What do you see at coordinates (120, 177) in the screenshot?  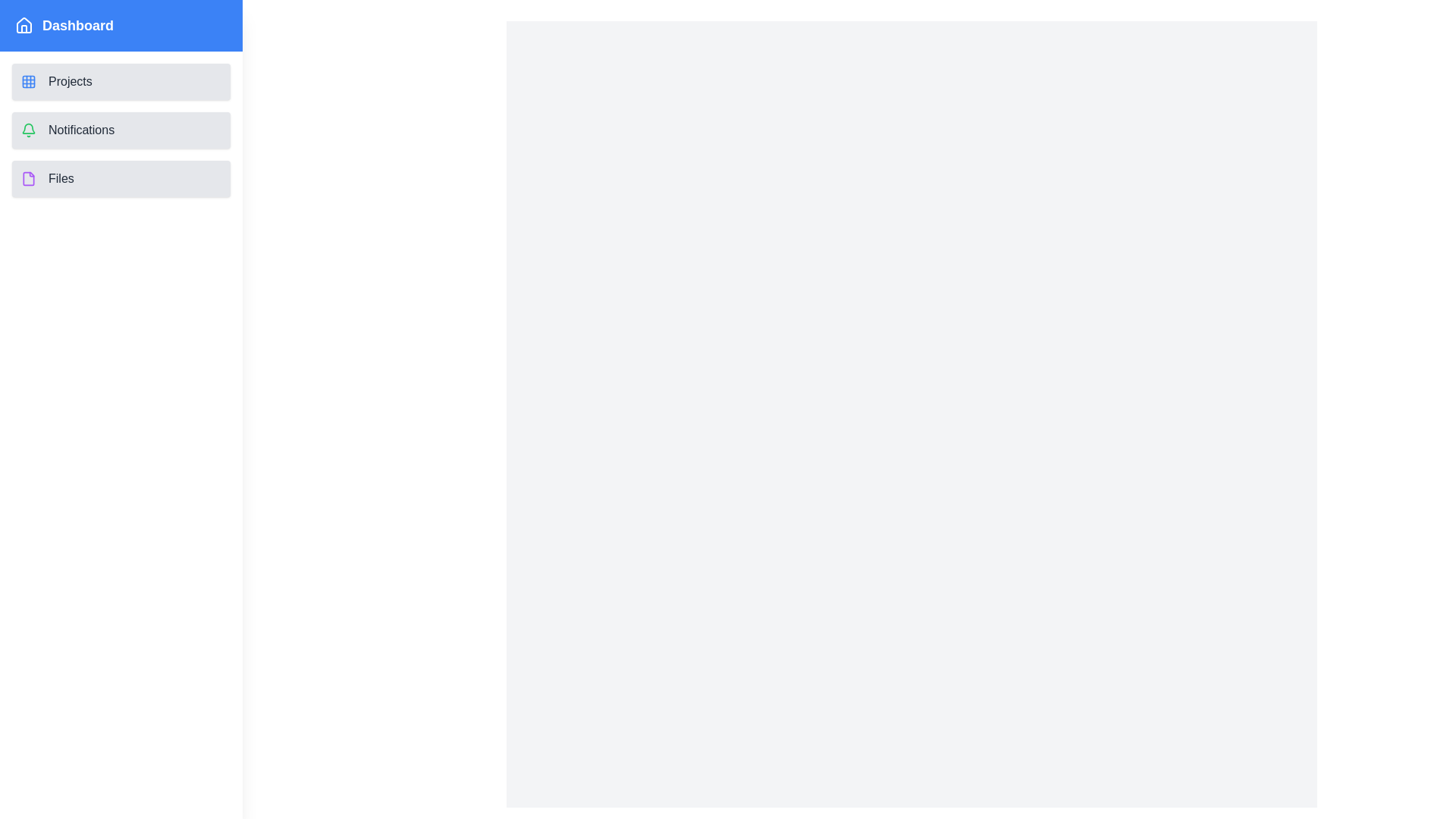 I see `the menu item Files to observe its hover effect` at bounding box center [120, 177].